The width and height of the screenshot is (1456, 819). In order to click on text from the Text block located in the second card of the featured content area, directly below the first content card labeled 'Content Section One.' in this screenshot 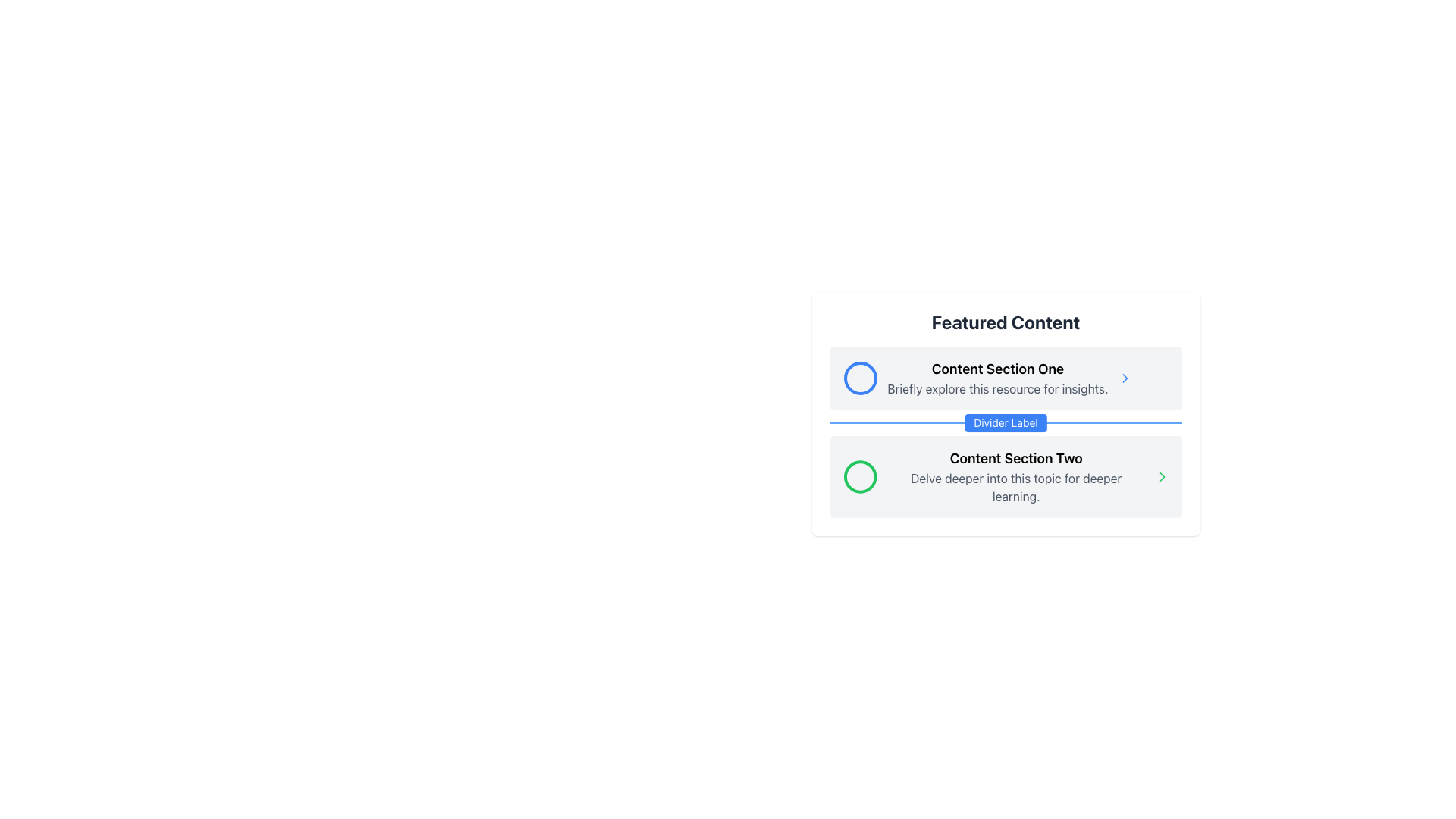, I will do `click(1016, 475)`.